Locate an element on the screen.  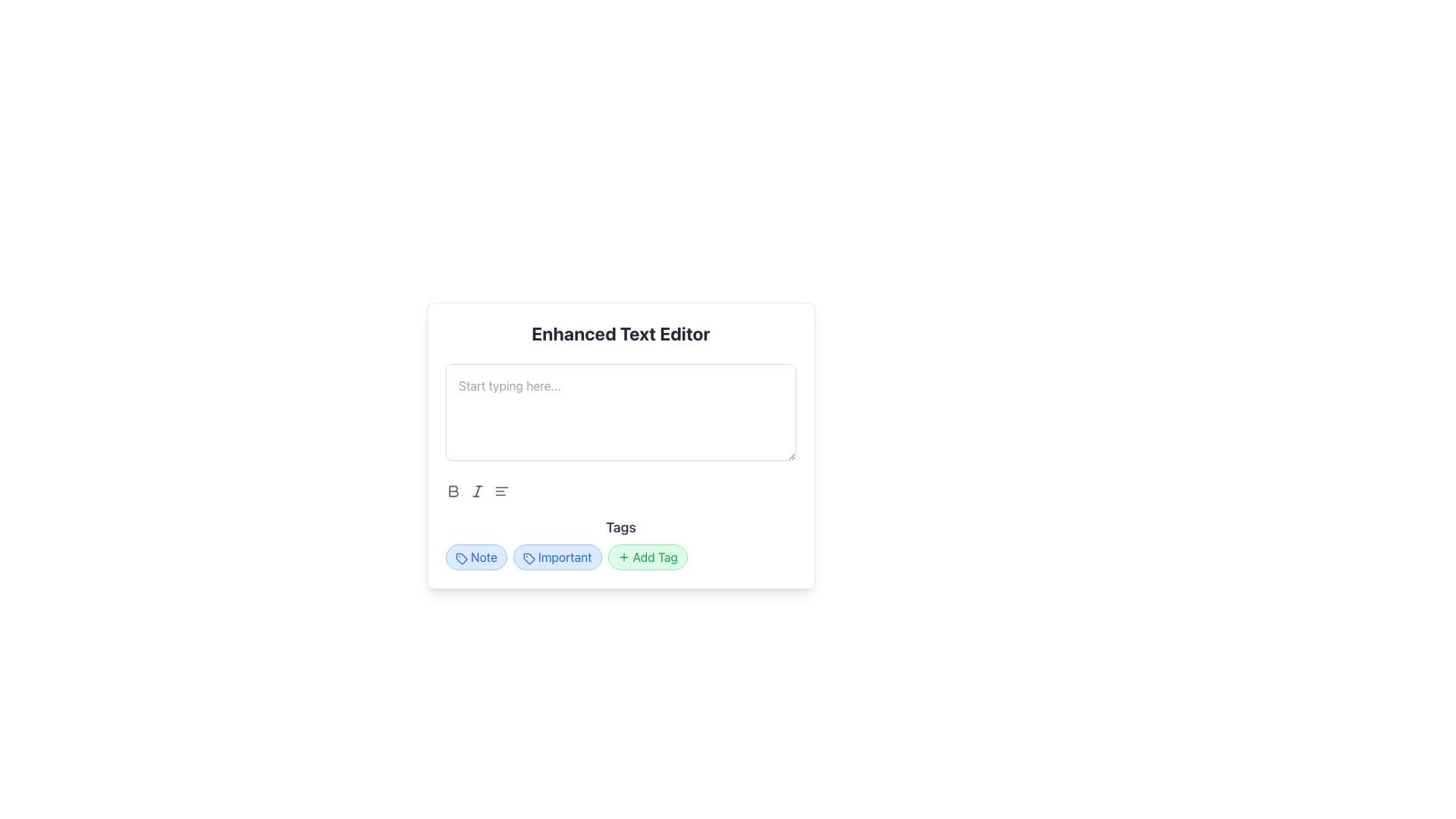
the 'Important' label, which is the second pill-shaped tag in the 'Tags' section with a blue outline and blue text, located between the 'Note' tag and the 'Add Tag' button is located at coordinates (557, 557).